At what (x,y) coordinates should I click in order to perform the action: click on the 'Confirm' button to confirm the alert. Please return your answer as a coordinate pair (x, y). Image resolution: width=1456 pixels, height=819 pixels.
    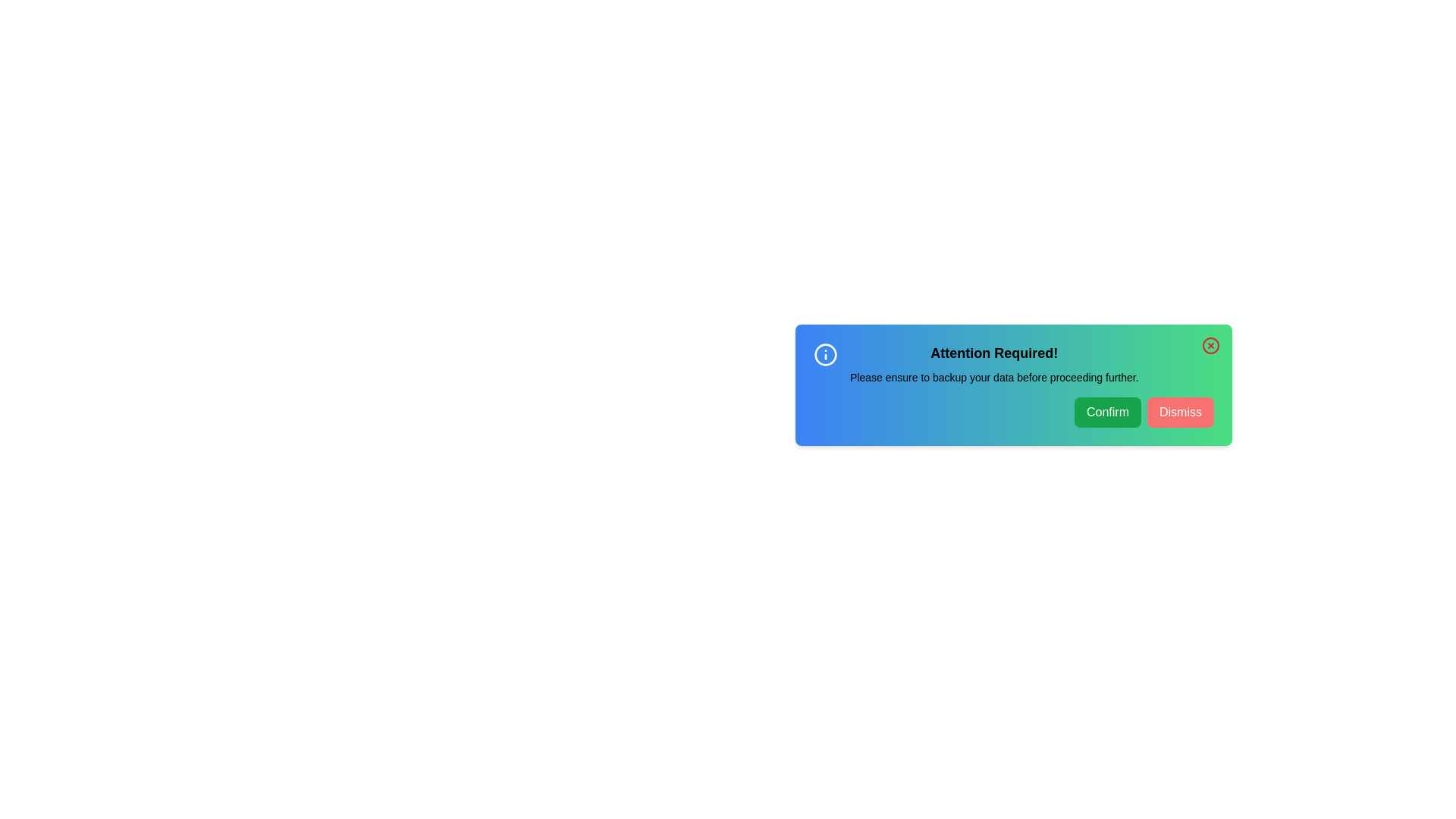
    Looking at the image, I should click on (1107, 412).